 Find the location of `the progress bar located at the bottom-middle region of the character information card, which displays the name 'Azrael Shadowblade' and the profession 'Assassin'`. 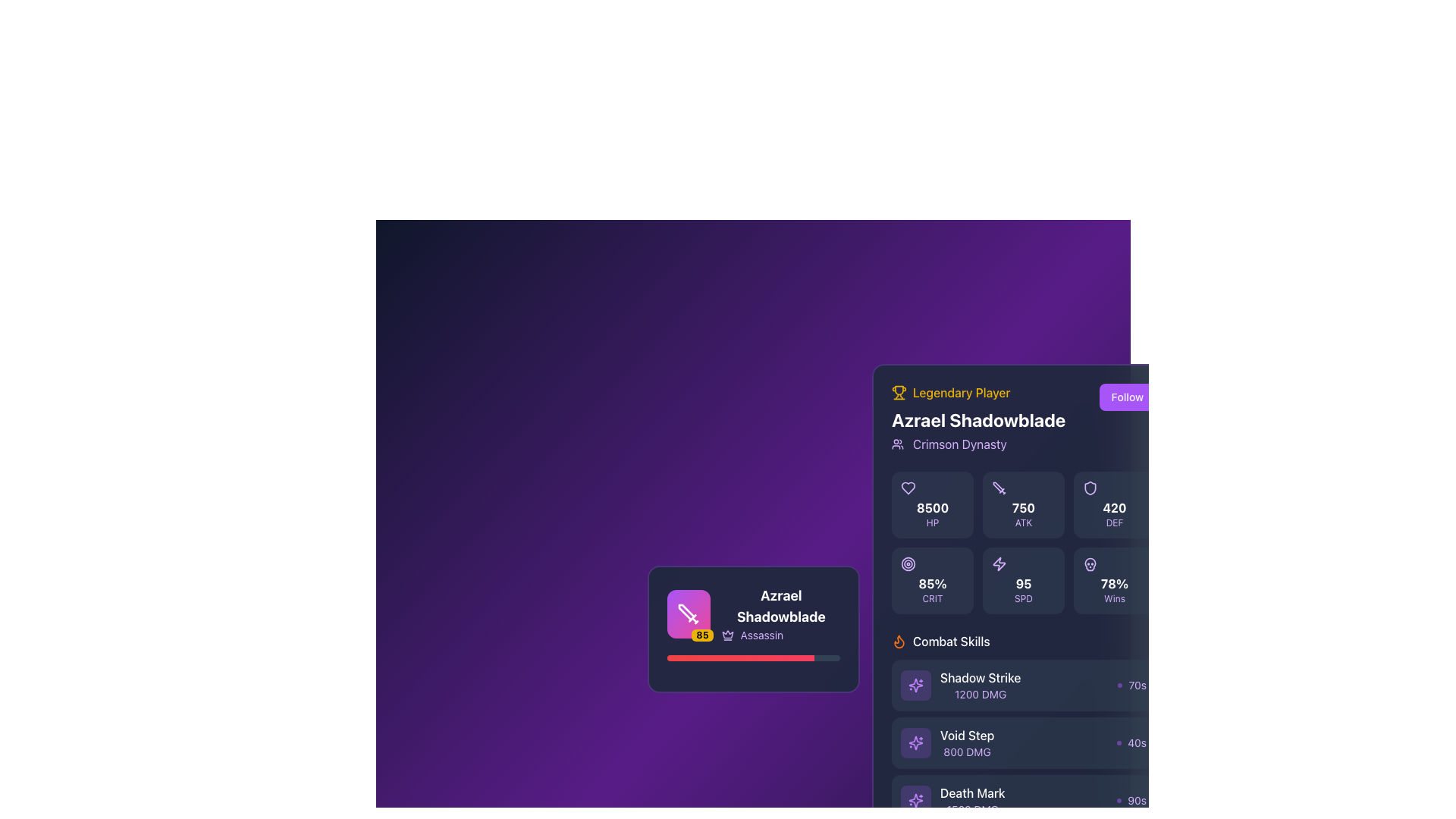

the progress bar located at the bottom-middle region of the character information card, which displays the name 'Azrael Shadowblade' and the profession 'Assassin' is located at coordinates (753, 657).